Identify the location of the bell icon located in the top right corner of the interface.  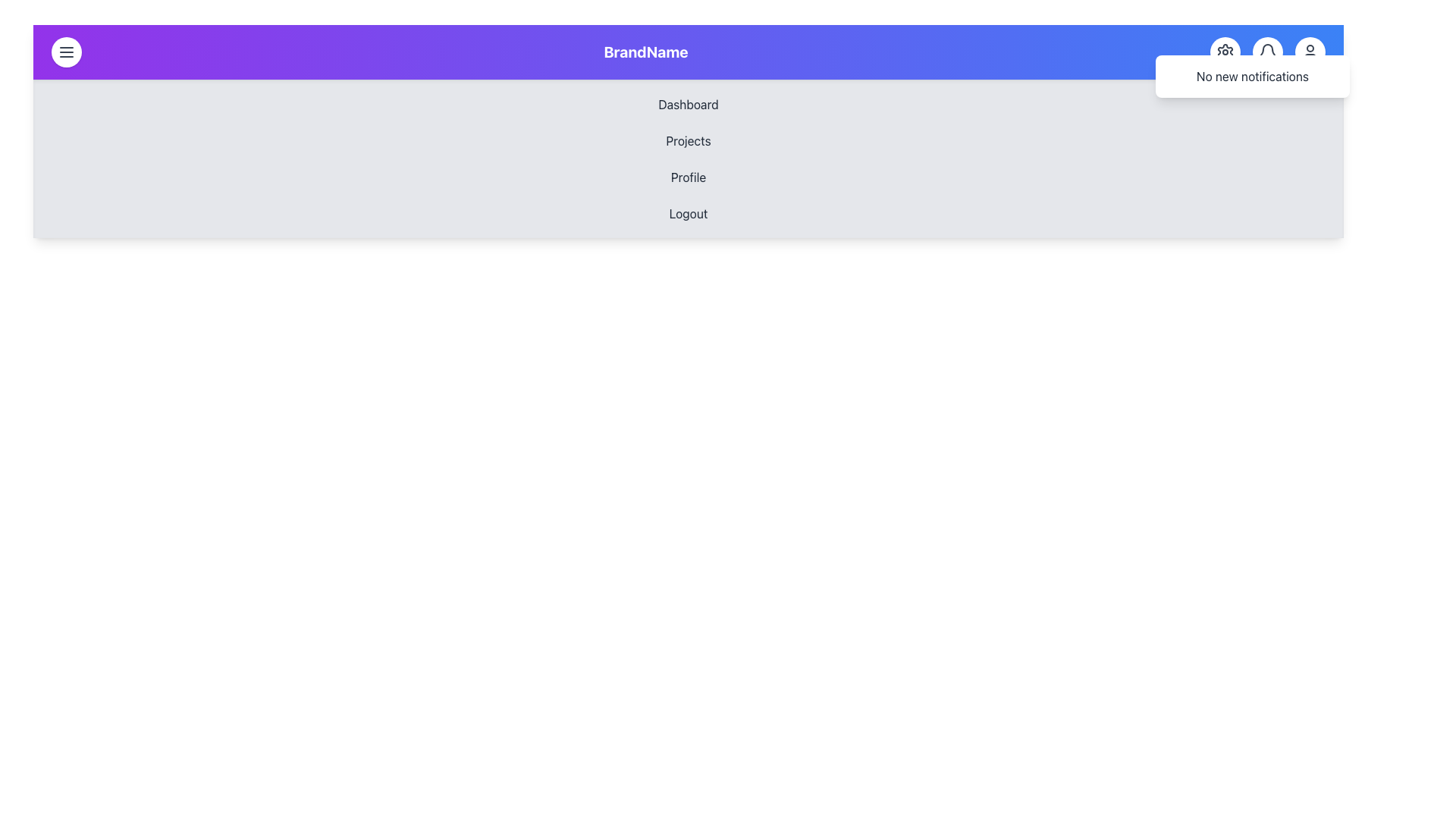
(1267, 52).